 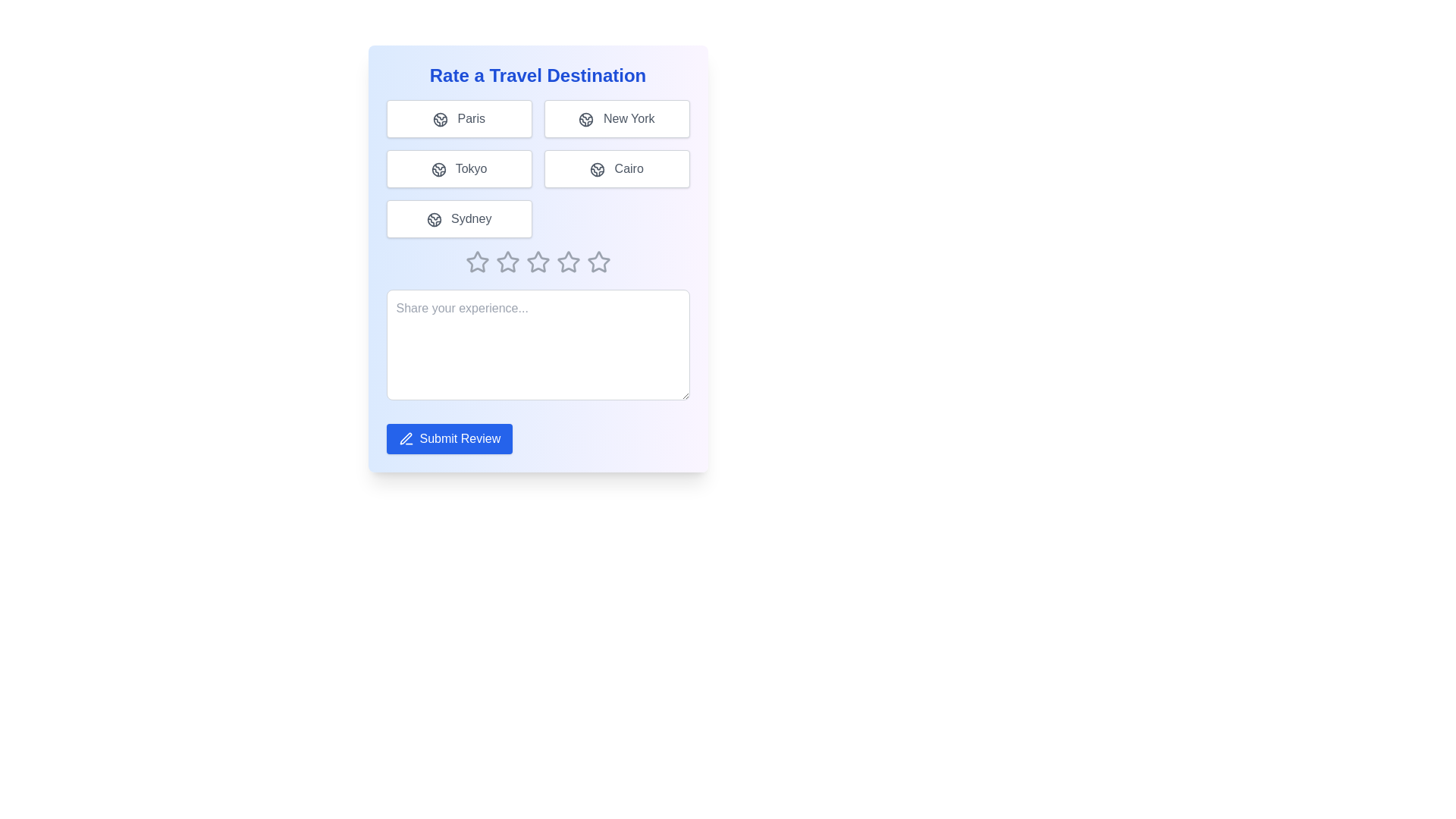 What do you see at coordinates (585, 118) in the screenshot?
I see `the globe icon that represents the 'location' concept, which is located to the left inside the 'New York' button under the 'Rate a Travel Destination' heading` at bounding box center [585, 118].